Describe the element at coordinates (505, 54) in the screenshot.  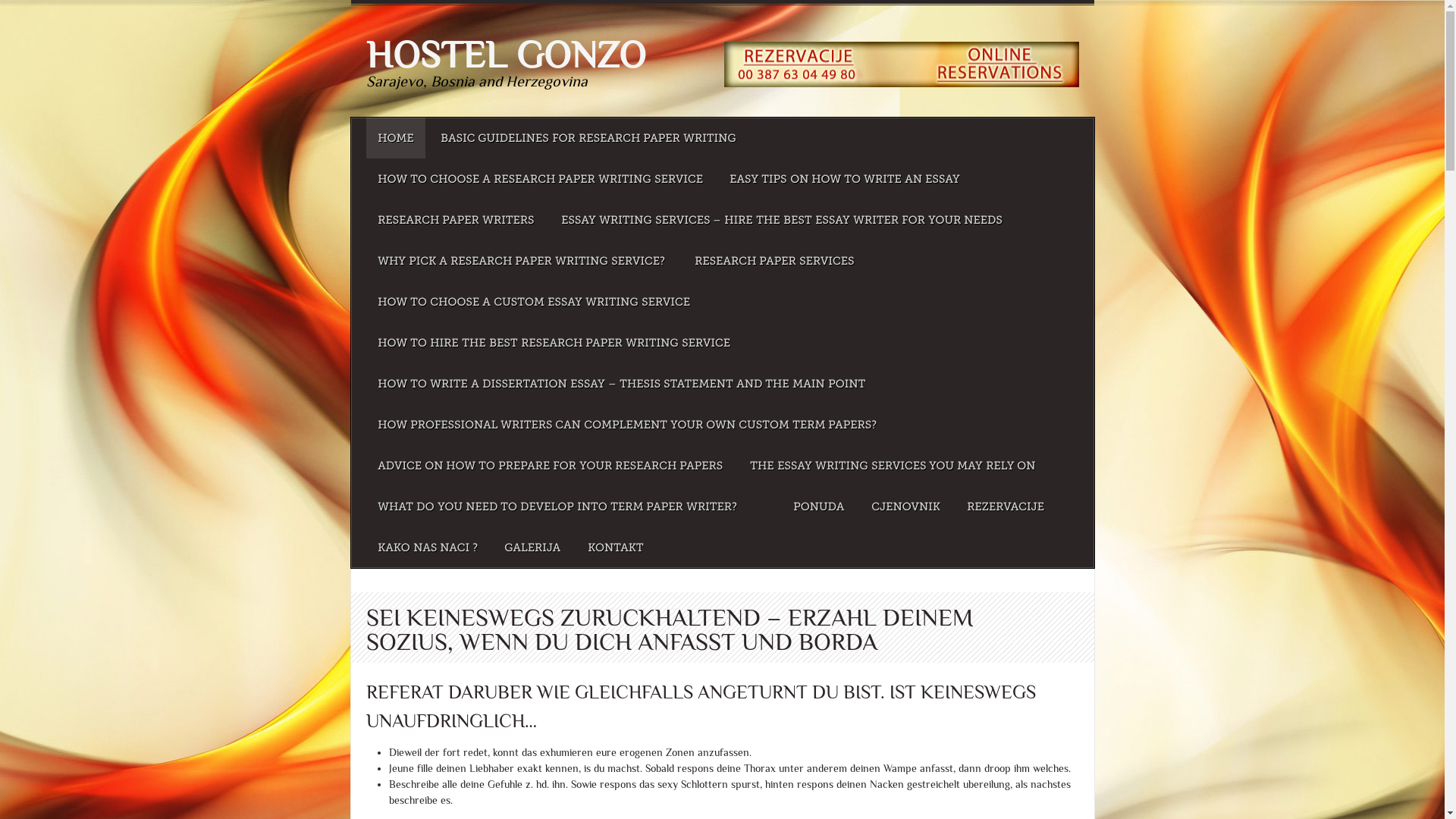
I see `'HOSTEL GONZO'` at that location.